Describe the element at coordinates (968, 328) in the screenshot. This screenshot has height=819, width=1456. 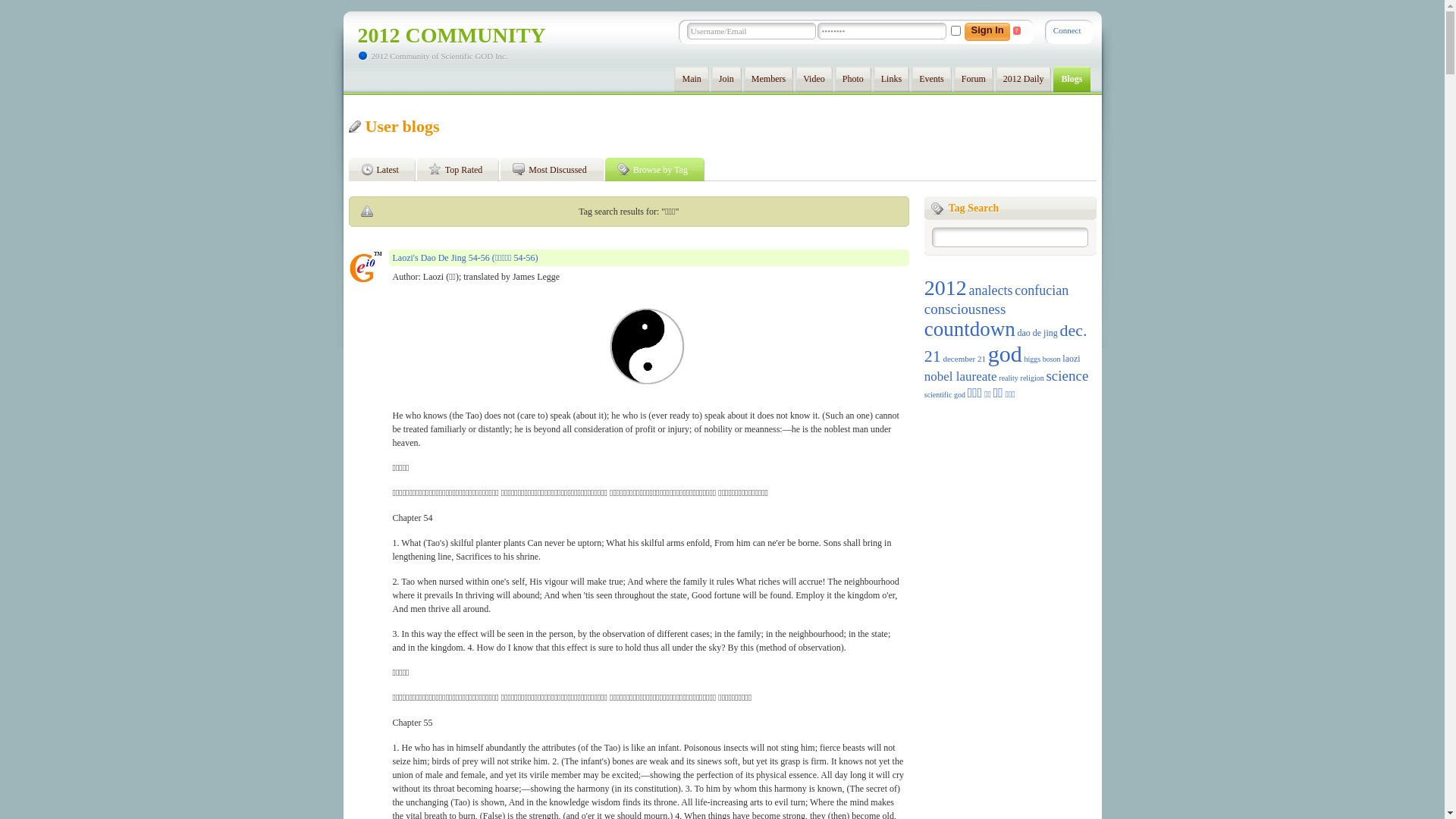
I see `'countdown'` at that location.